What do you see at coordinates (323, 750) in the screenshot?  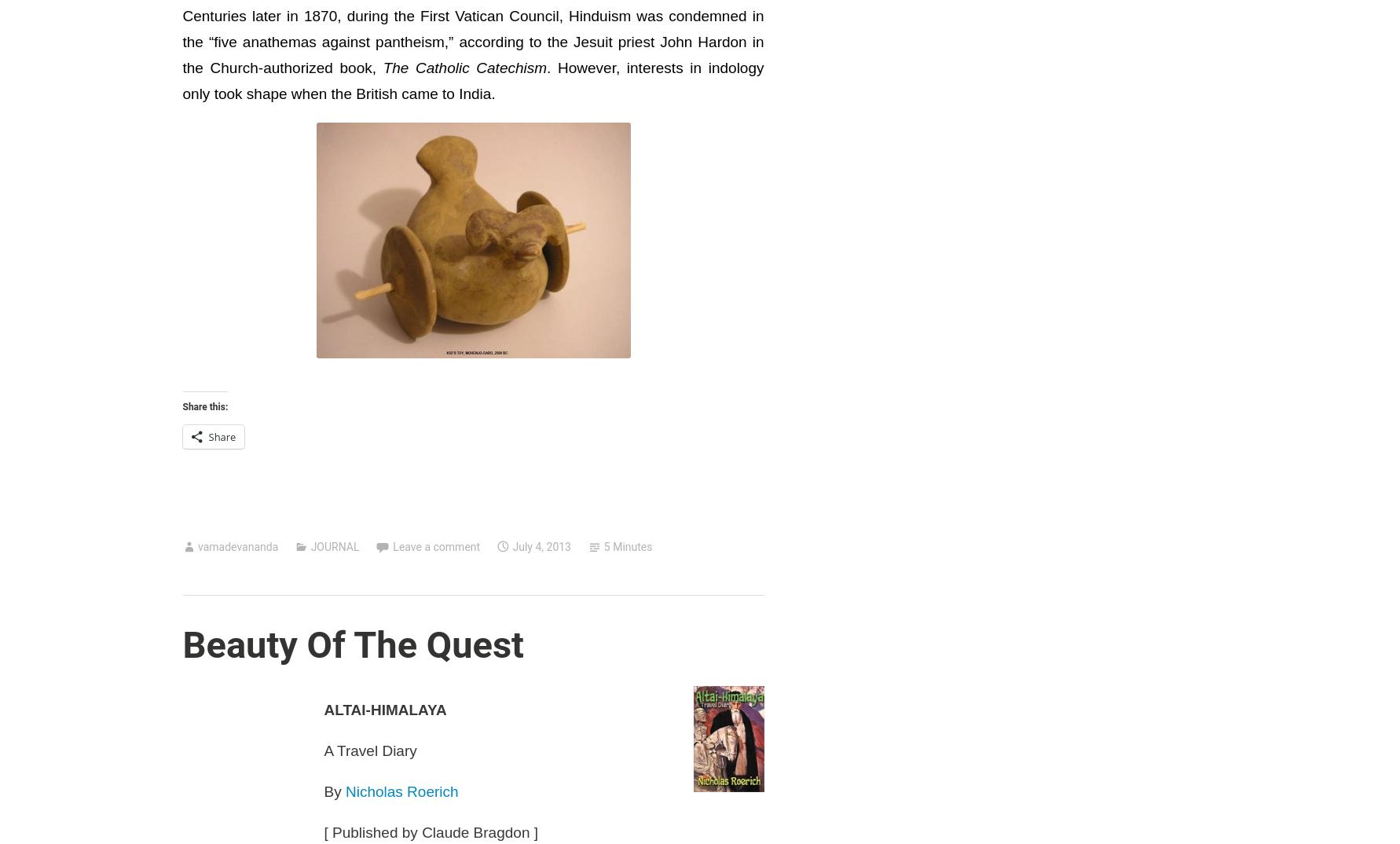 I see `'A Travel Diary'` at bounding box center [323, 750].